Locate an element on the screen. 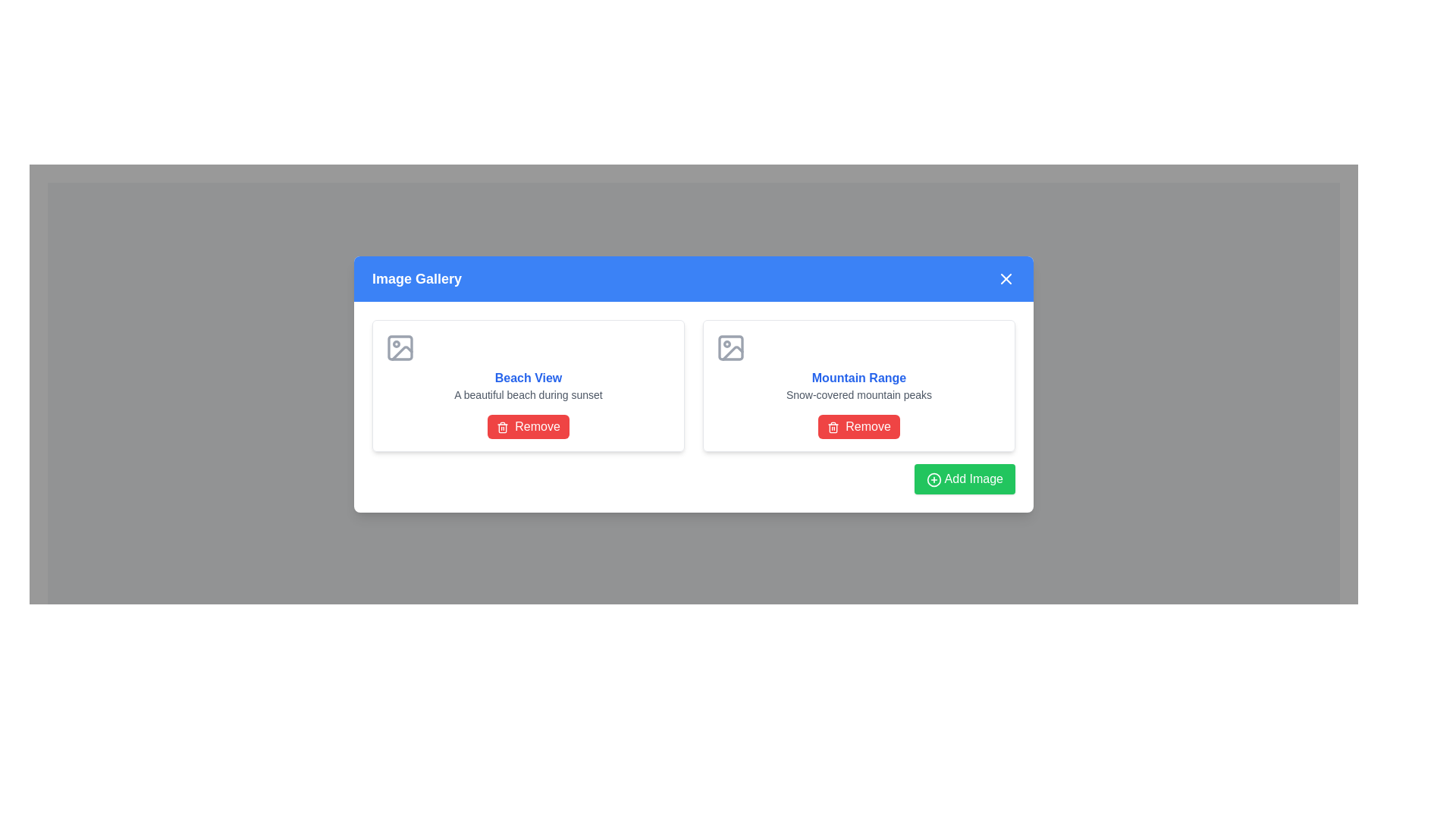 Image resolution: width=1456 pixels, height=819 pixels. the red 'Remove' button with white text and a trash can icon, located at the bottom of the 'Beach View' card is located at coordinates (528, 427).